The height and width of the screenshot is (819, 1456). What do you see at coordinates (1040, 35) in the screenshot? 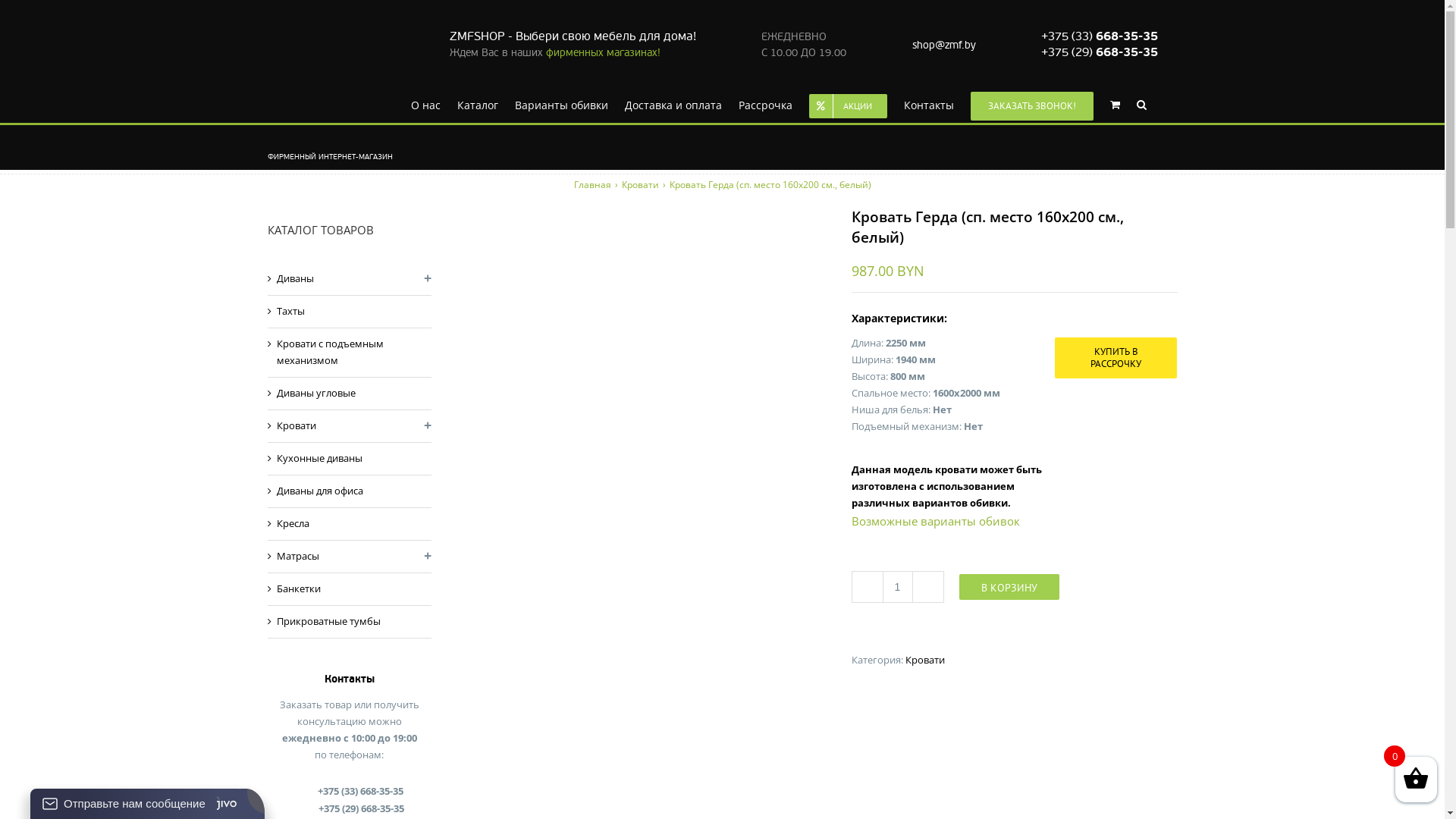
I see `'+375 (33) 668-35-35'` at bounding box center [1040, 35].